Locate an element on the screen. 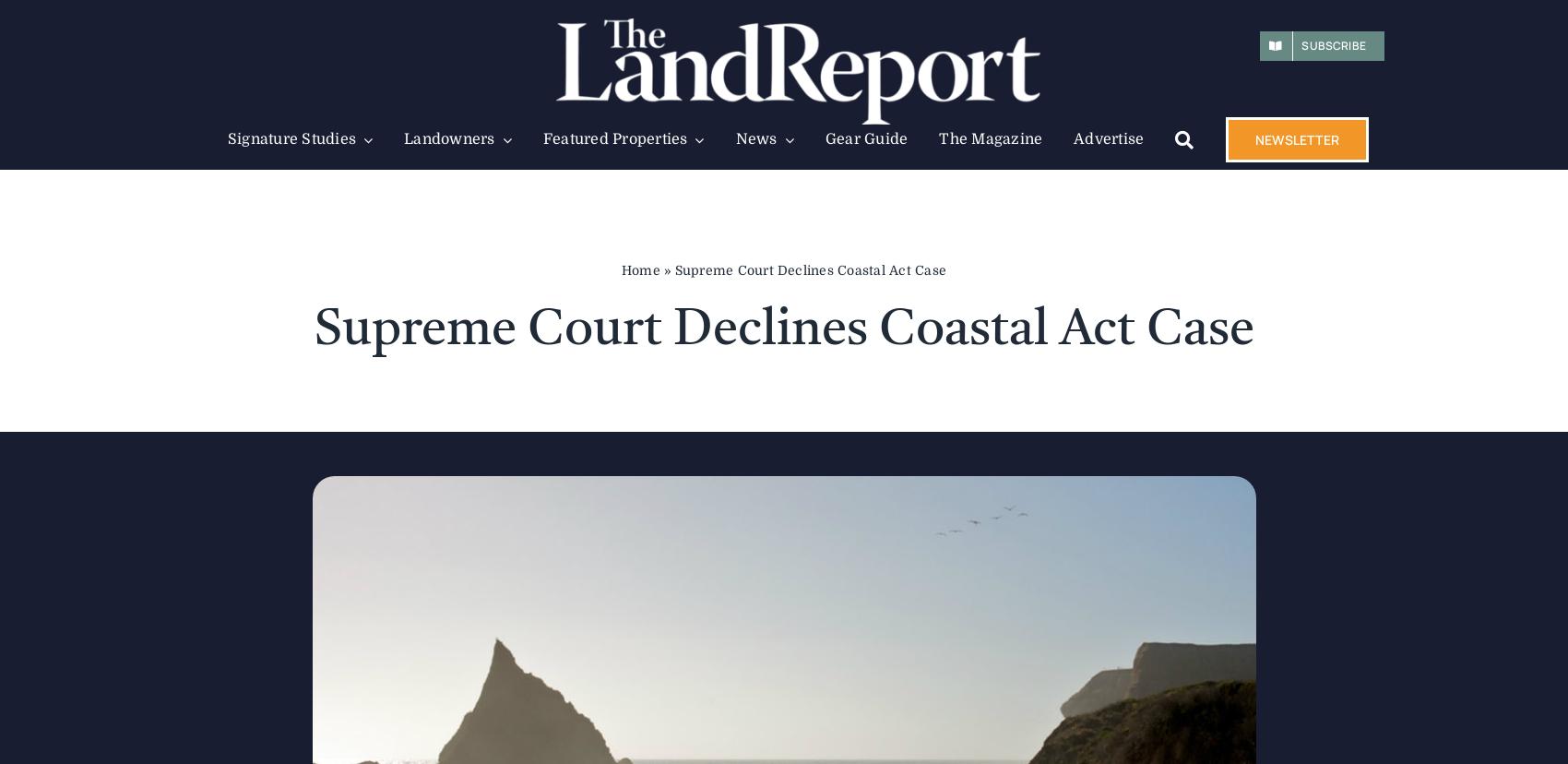 The height and width of the screenshot is (764, 1568). 'Kroenke Buys the Waggoner Ranch' is located at coordinates (1194, 430).